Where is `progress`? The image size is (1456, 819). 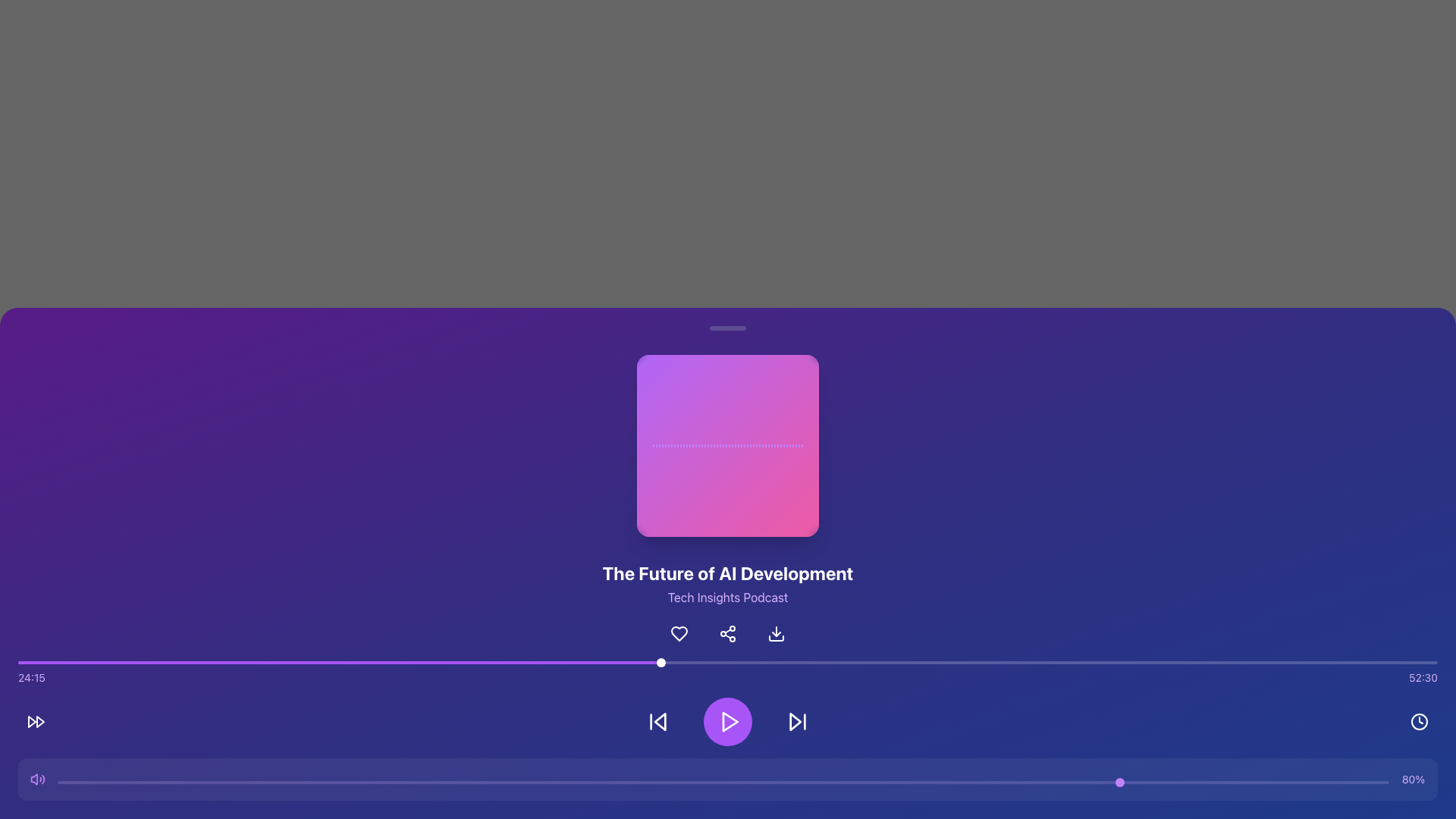
progress is located at coordinates (254, 662).